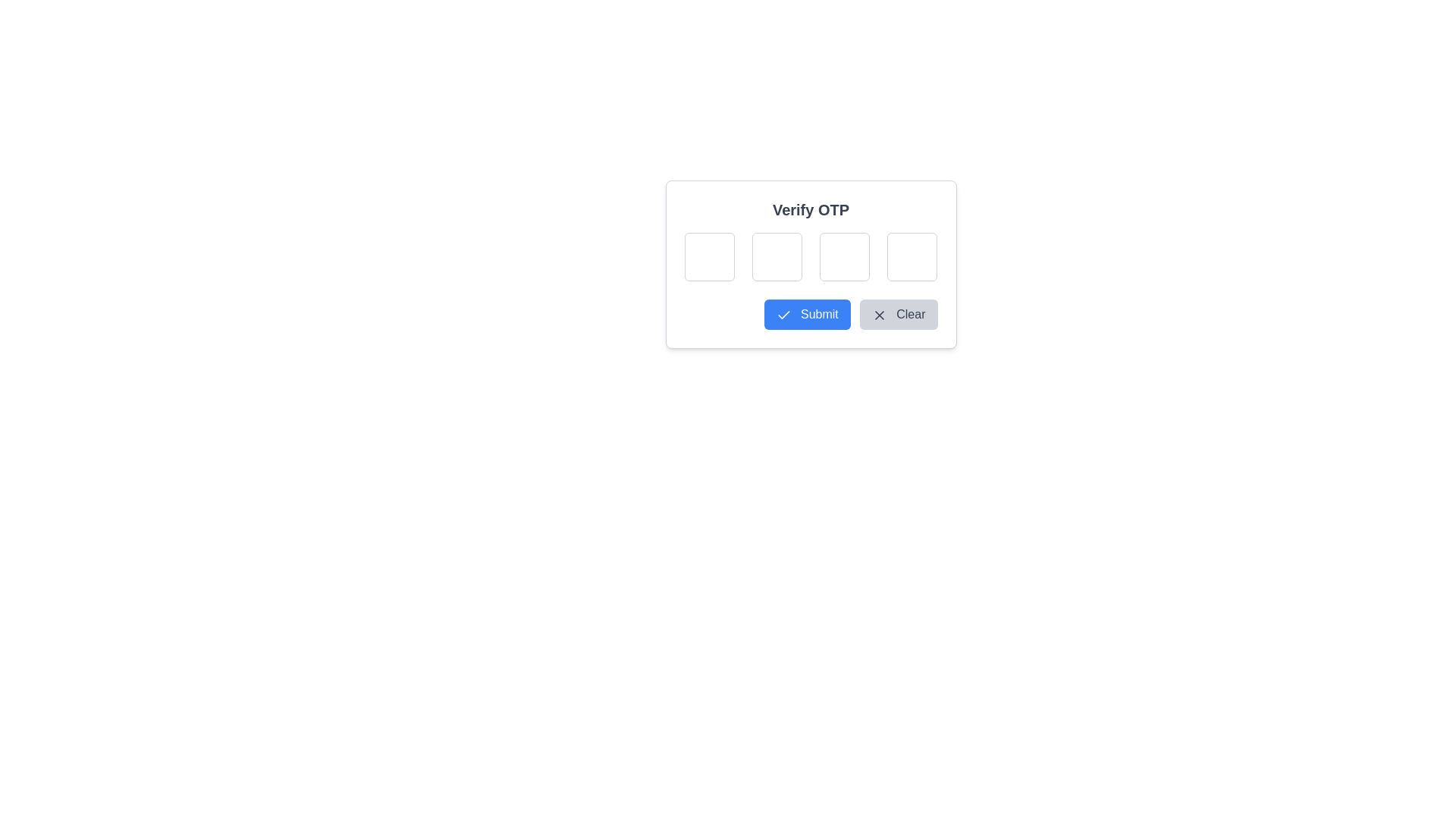 This screenshot has width=1456, height=819. Describe the element at coordinates (899, 314) in the screenshot. I see `the second button from the right in the modal dialog that is labeled to clear or reset input fields, located to the right of the 'Submit' button` at that location.